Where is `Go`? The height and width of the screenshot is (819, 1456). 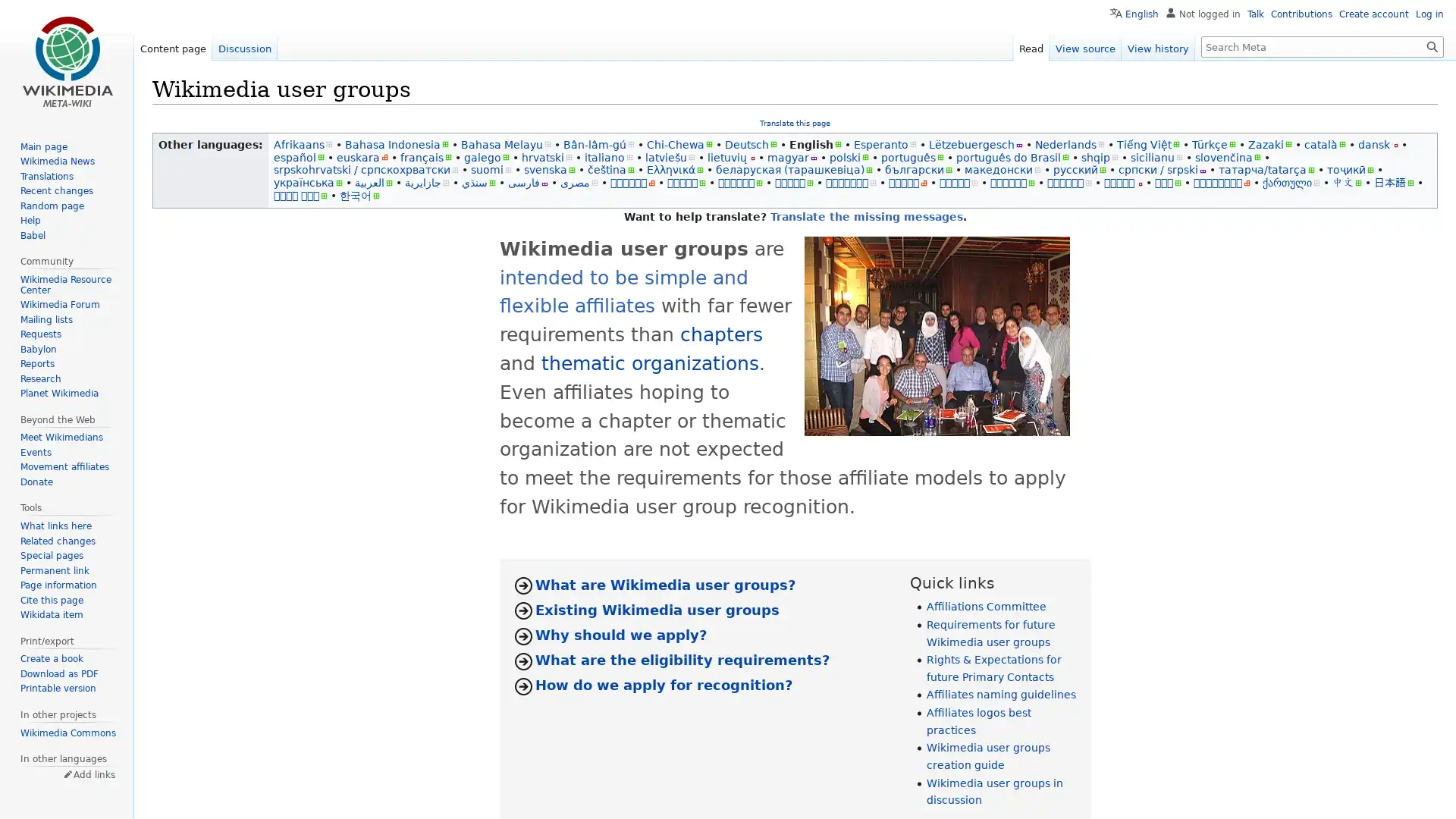
Go is located at coordinates (1432, 45).